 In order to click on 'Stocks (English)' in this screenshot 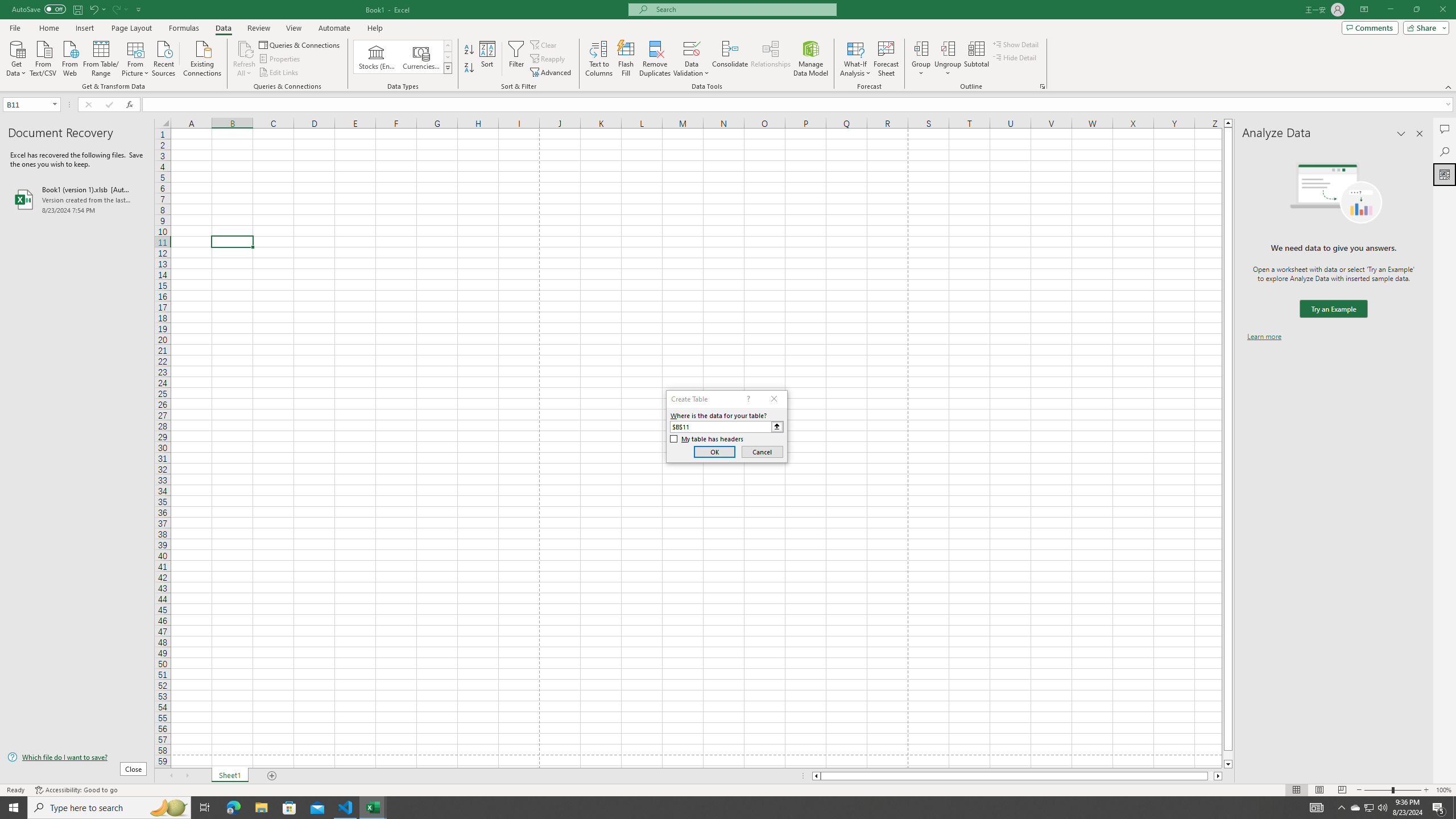, I will do `click(375, 56)`.